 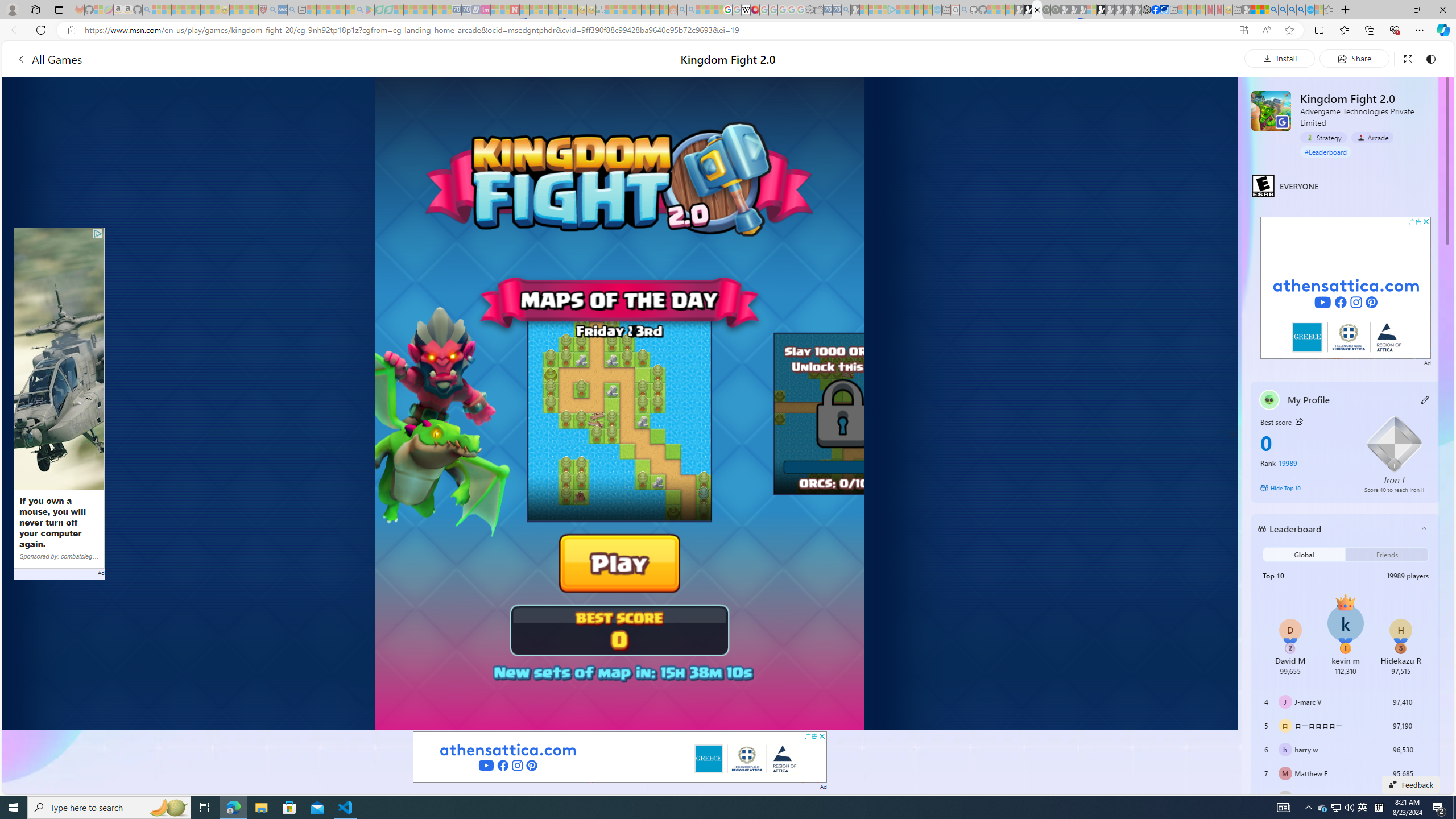 What do you see at coordinates (176, 9) in the screenshot?
I see `'The Weather Channel - MSN - Sleeping'` at bounding box center [176, 9].